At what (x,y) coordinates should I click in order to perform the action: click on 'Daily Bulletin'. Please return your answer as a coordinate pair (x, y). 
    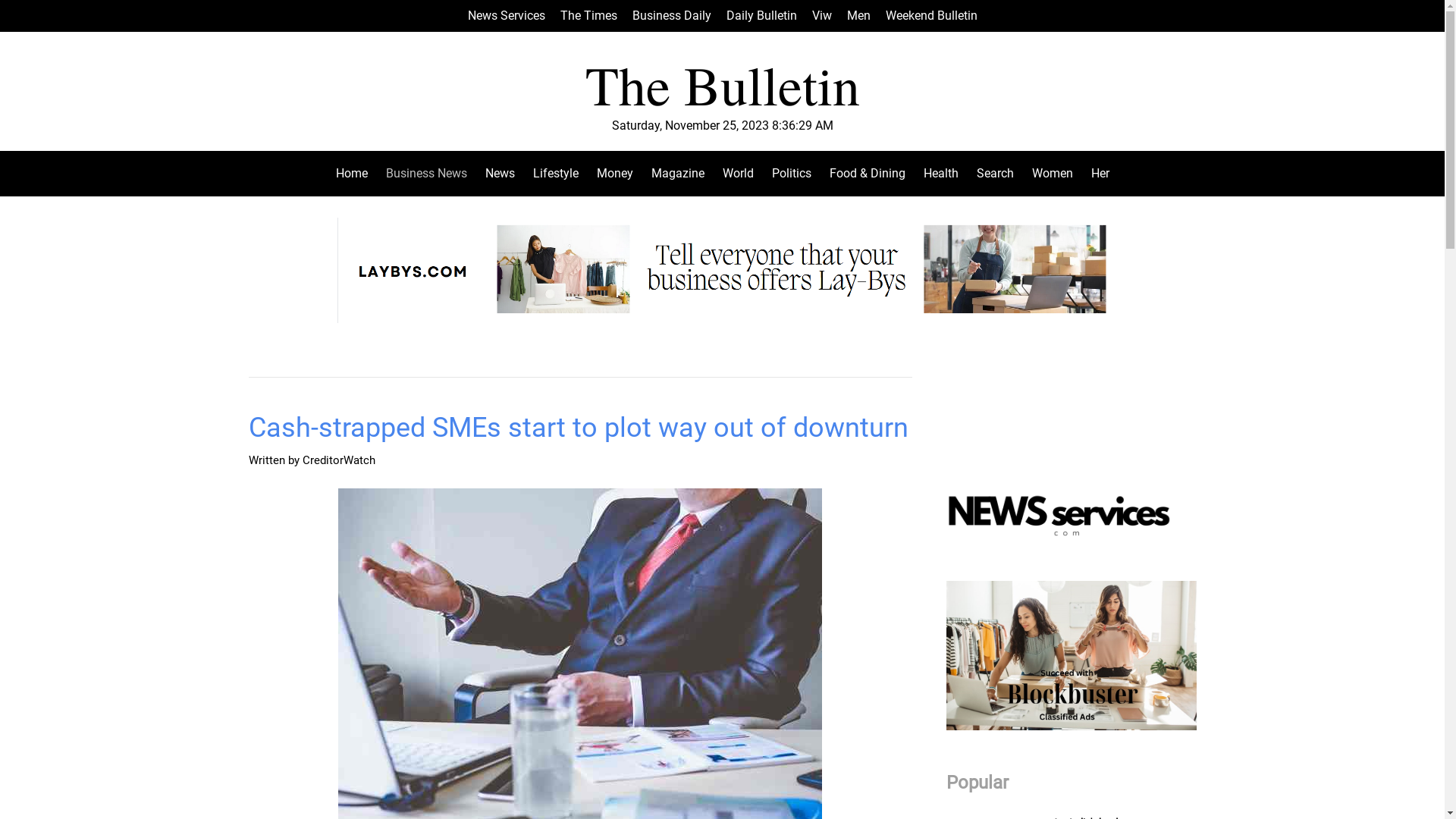
    Looking at the image, I should click on (761, 15).